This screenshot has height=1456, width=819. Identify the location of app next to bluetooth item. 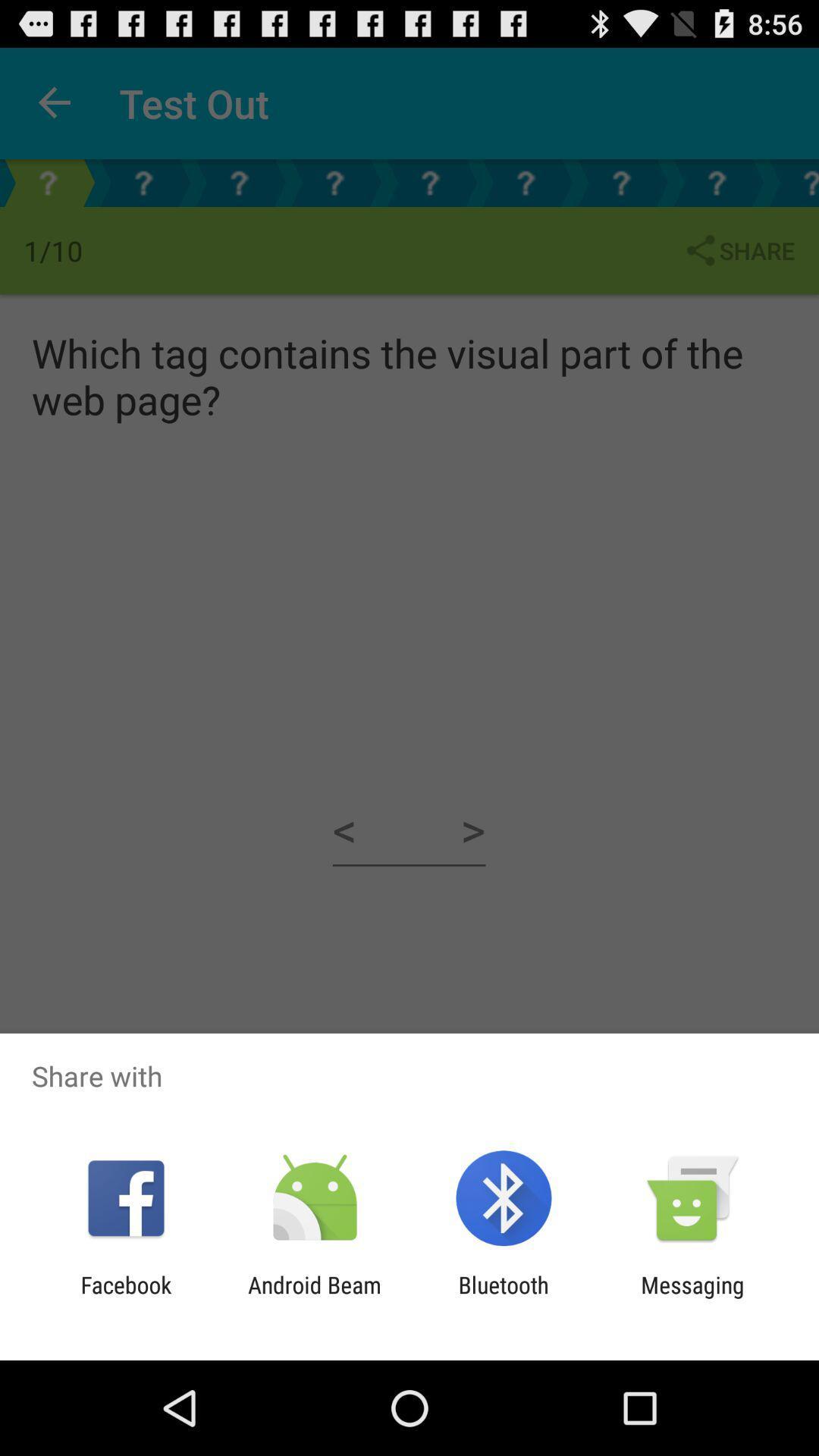
(692, 1298).